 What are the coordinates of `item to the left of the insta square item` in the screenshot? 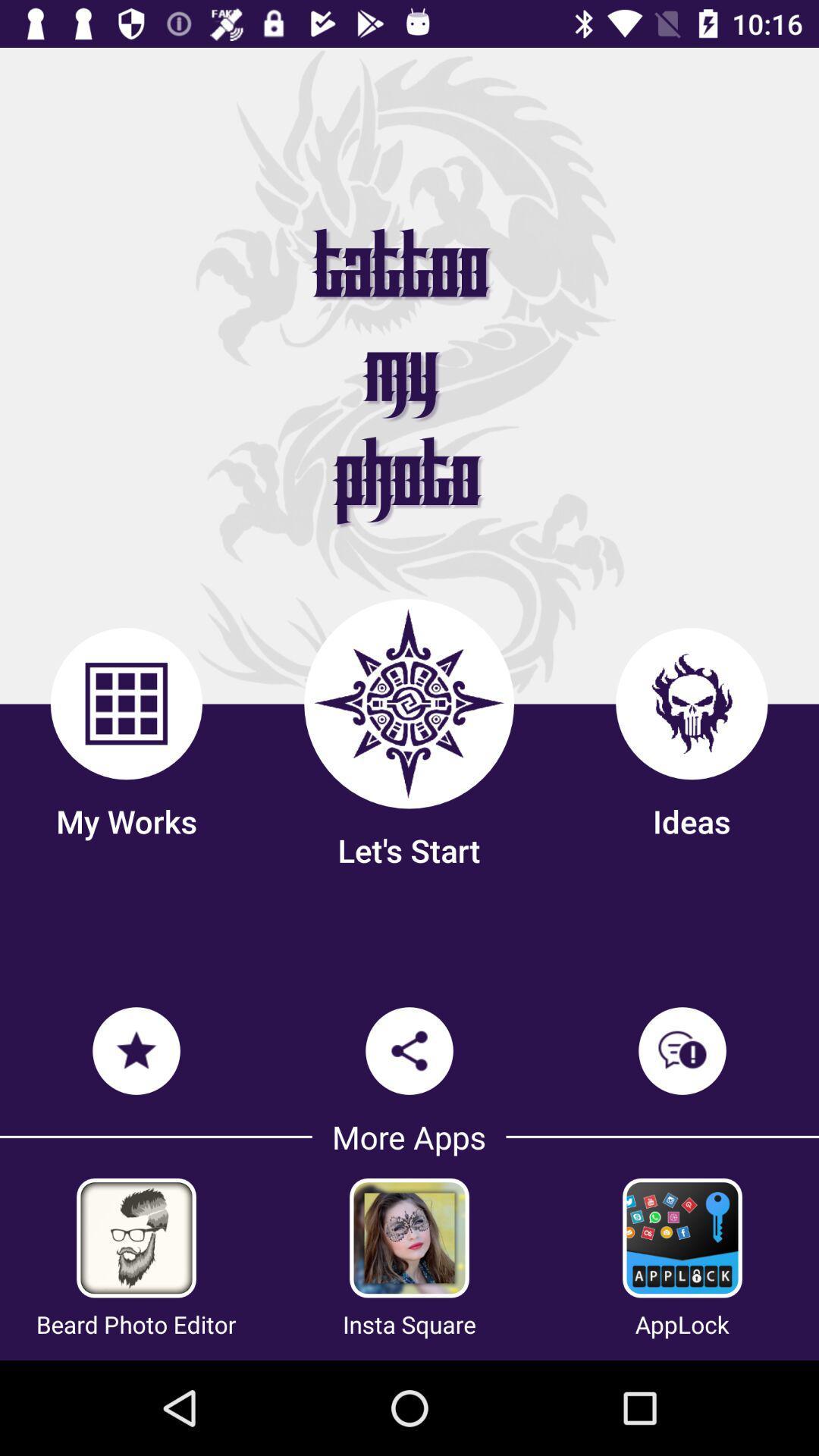 It's located at (135, 1323).